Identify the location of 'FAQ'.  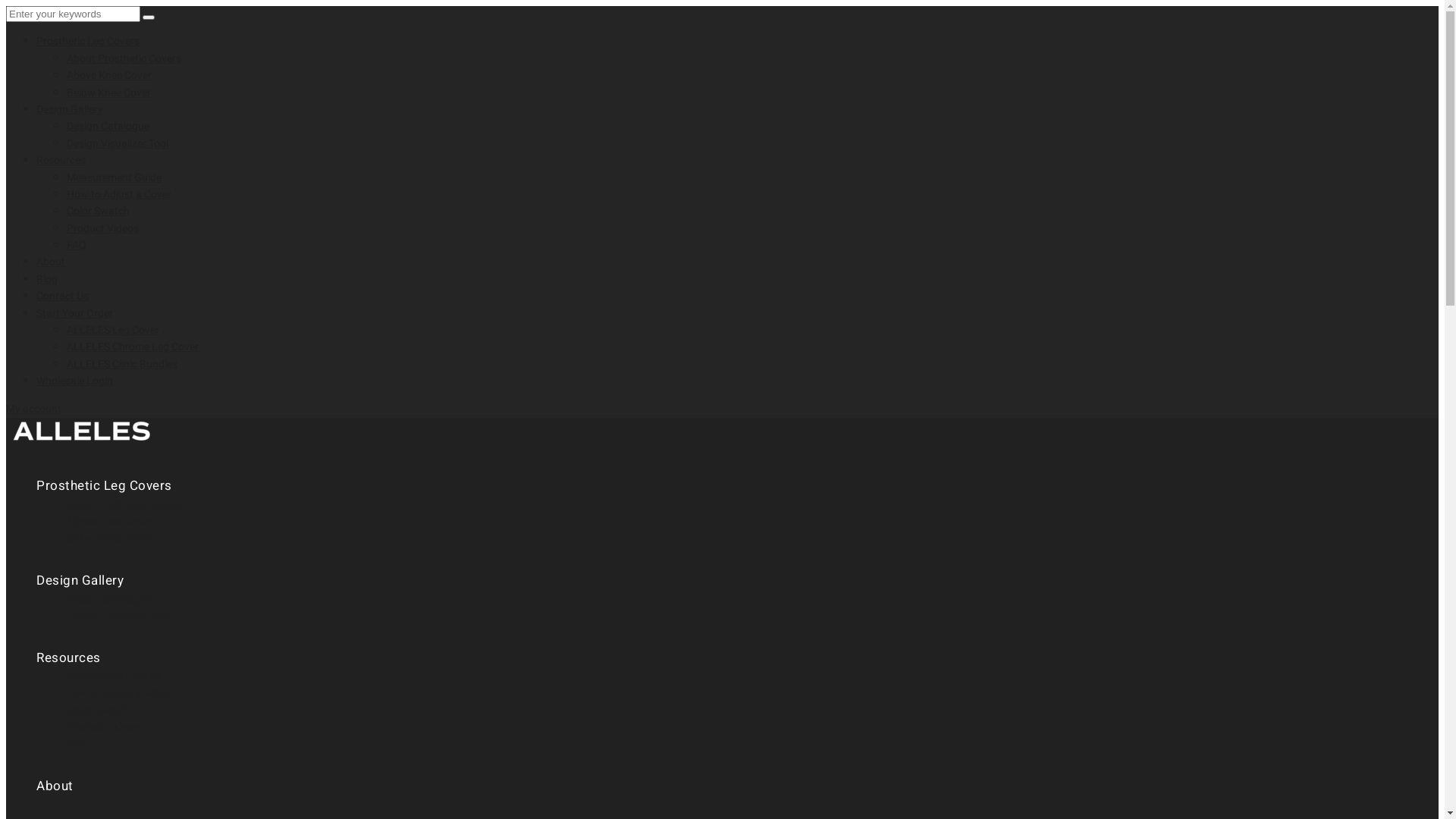
(75, 244).